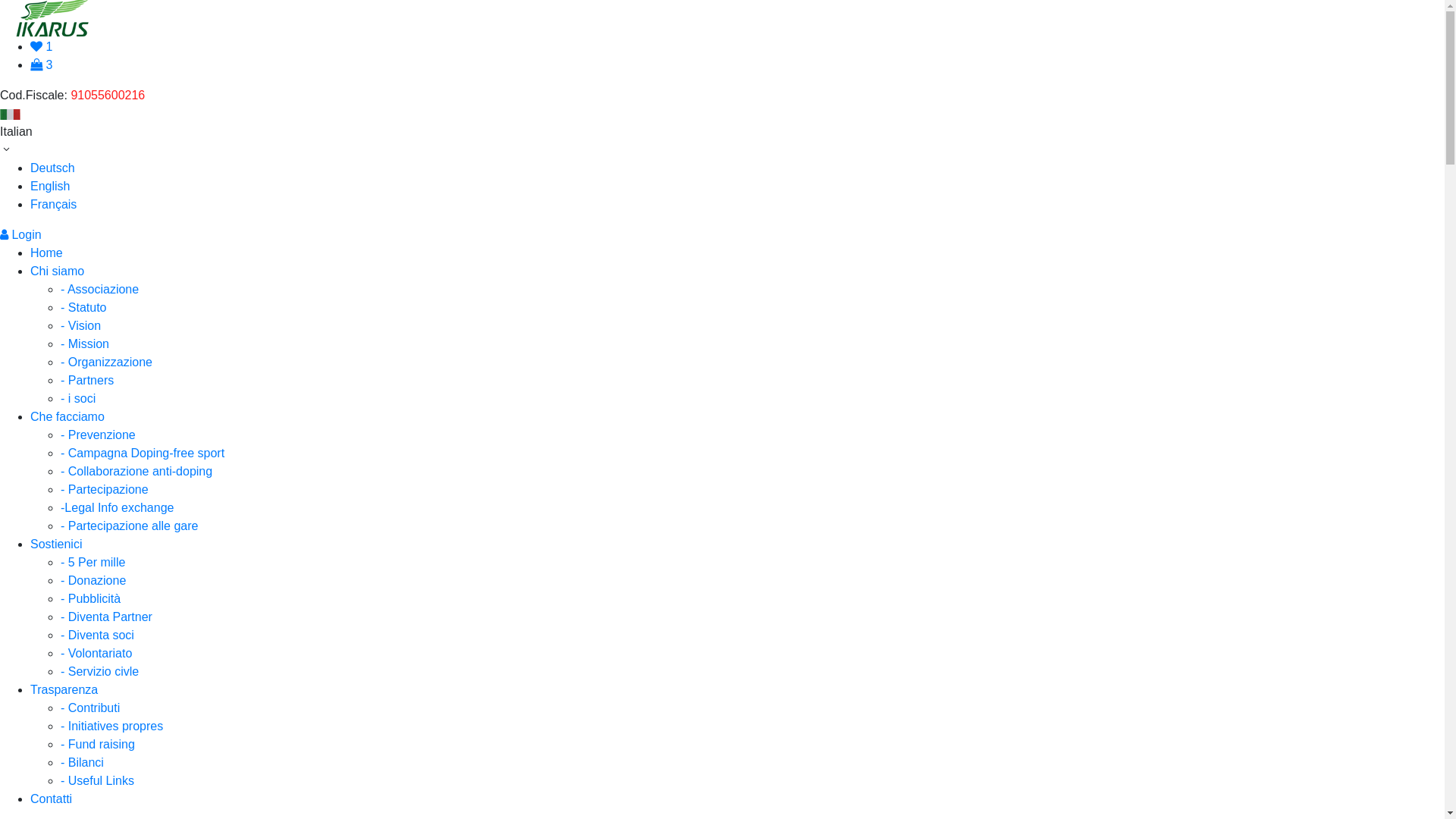 This screenshot has height=819, width=1456. What do you see at coordinates (83, 307) in the screenshot?
I see `'- Statuto'` at bounding box center [83, 307].